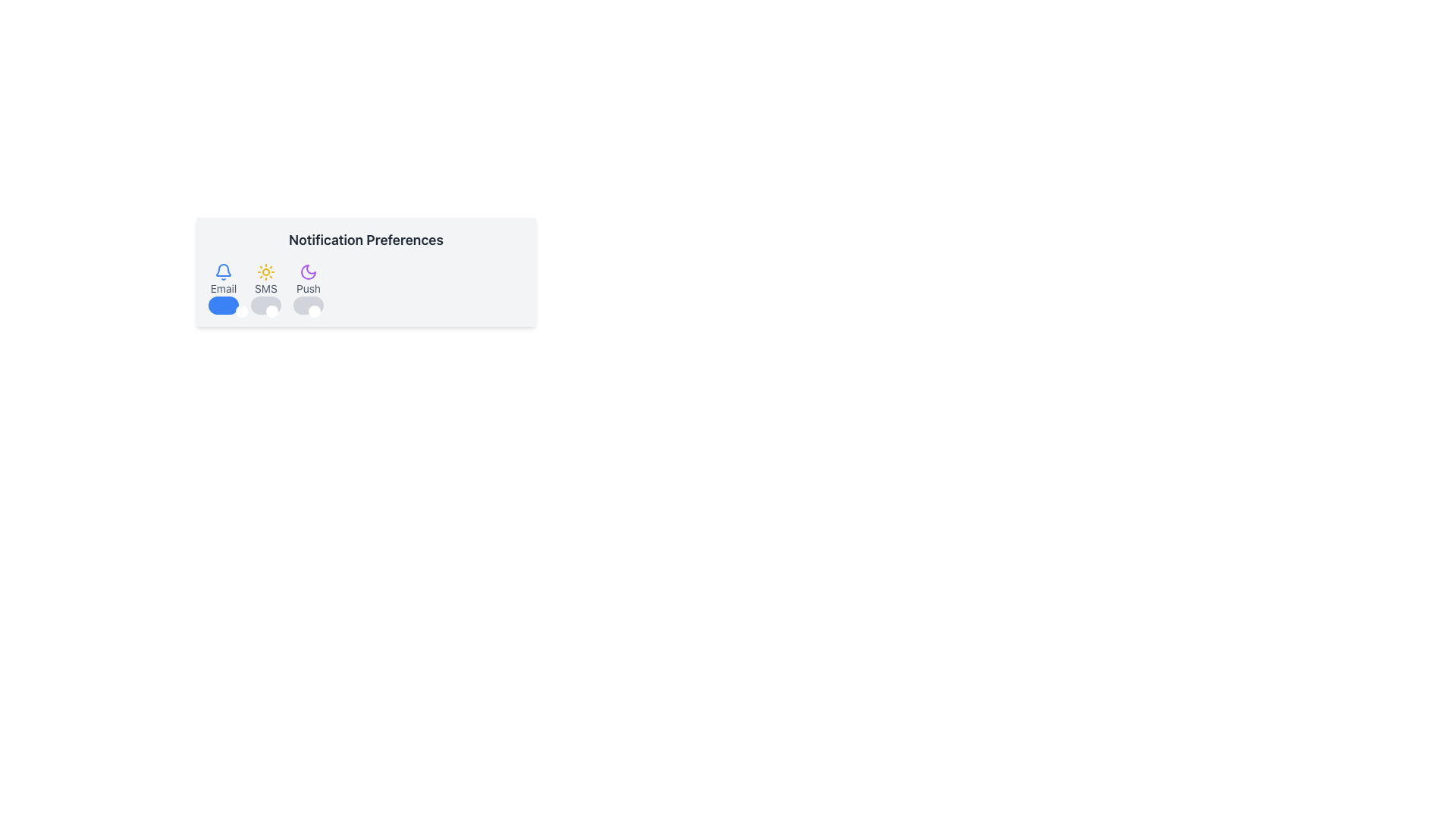 This screenshot has width=1456, height=819. Describe the element at coordinates (313, 311) in the screenshot. I see `the toggle knob located on the left side of the horizontal toggle track in the 'Notification Preferences' section` at that location.